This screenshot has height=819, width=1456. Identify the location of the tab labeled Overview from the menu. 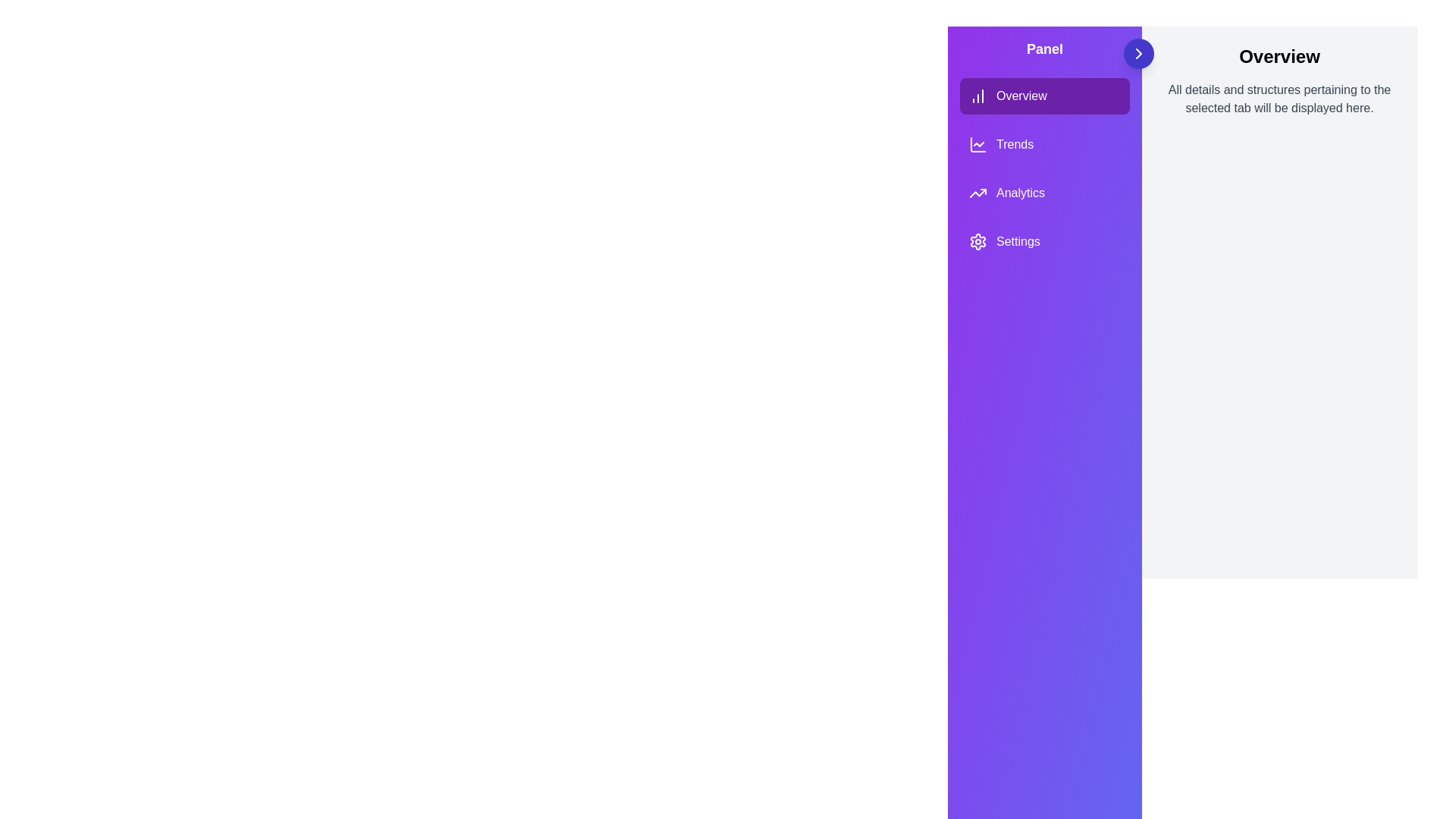
(1043, 96).